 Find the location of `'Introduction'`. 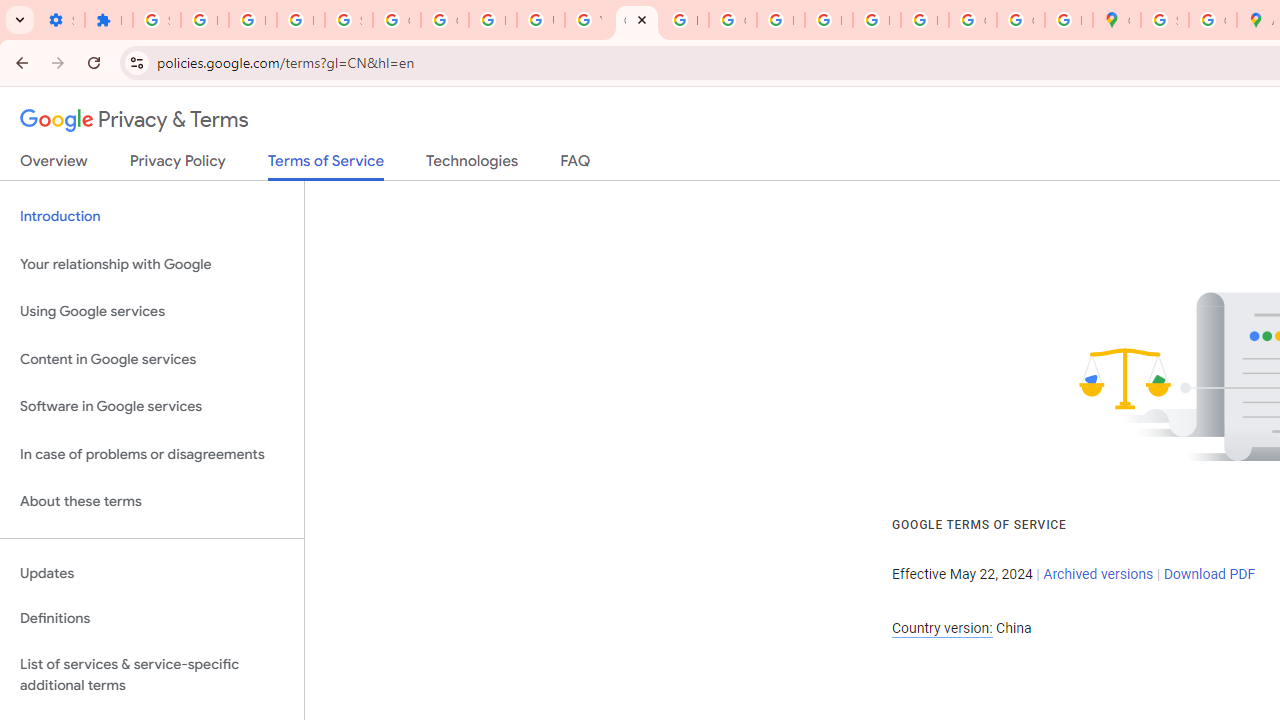

'Introduction' is located at coordinates (151, 217).